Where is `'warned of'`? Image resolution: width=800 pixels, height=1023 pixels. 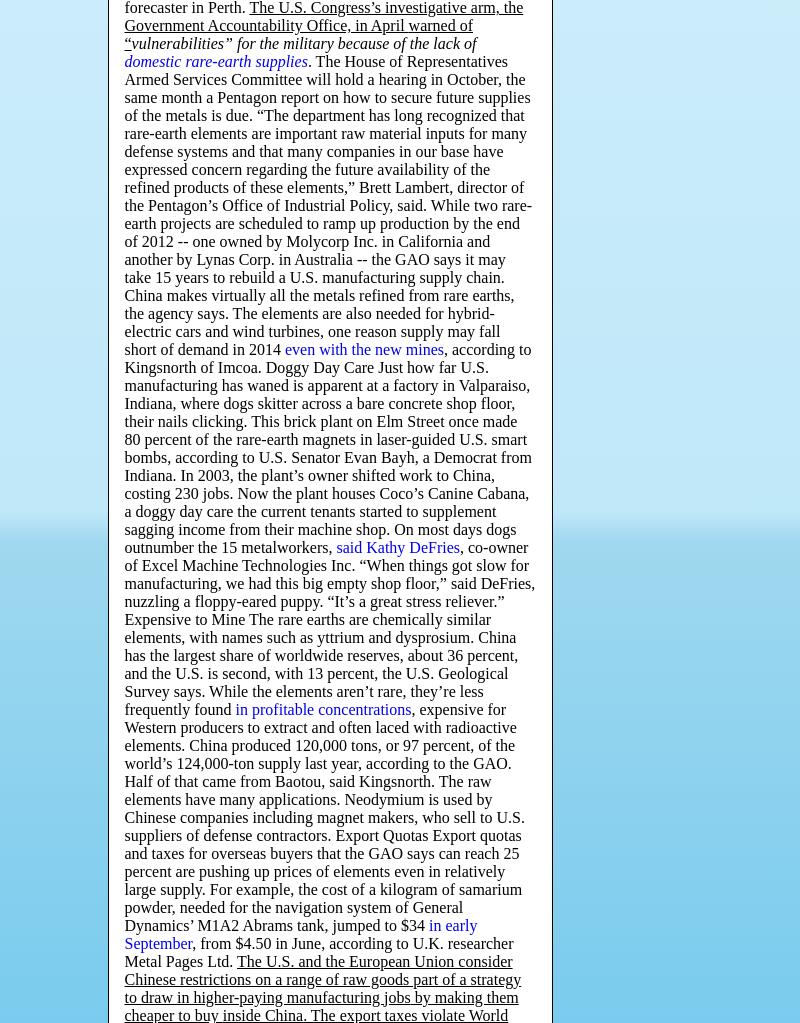 'warned of' is located at coordinates (439, 25).